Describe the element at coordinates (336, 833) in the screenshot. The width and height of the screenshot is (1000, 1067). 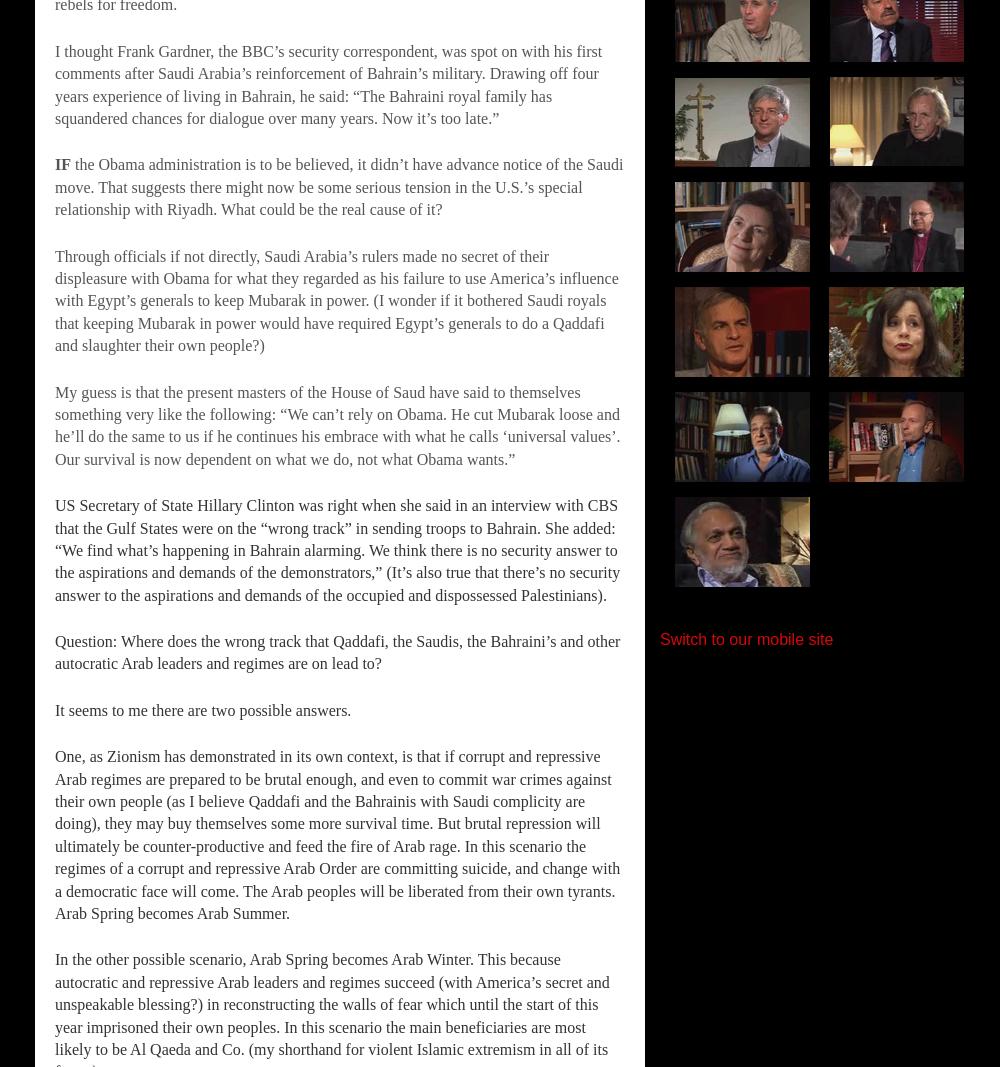
I see `'One, as Zionism has demonstrated in its own context, is that if corrupt and repressive Arab regimes are prepared to be brutal enough, and even to commit war crimes against their own people (as I believe Qaddafi and the Bahrainis with Saudi complicity are doing), they may buy themselves some more survival time. But brutal repression will ultimately be counter-productive and feed the fire of Arab rage. In this scenario the regimes of a corrupt and repressive Arab Order are committing suicide, and change with a democratic face will come. The Arab peoples will be liberated from their own tyrants. Arab Spring becomes Arab Summer.'` at that location.